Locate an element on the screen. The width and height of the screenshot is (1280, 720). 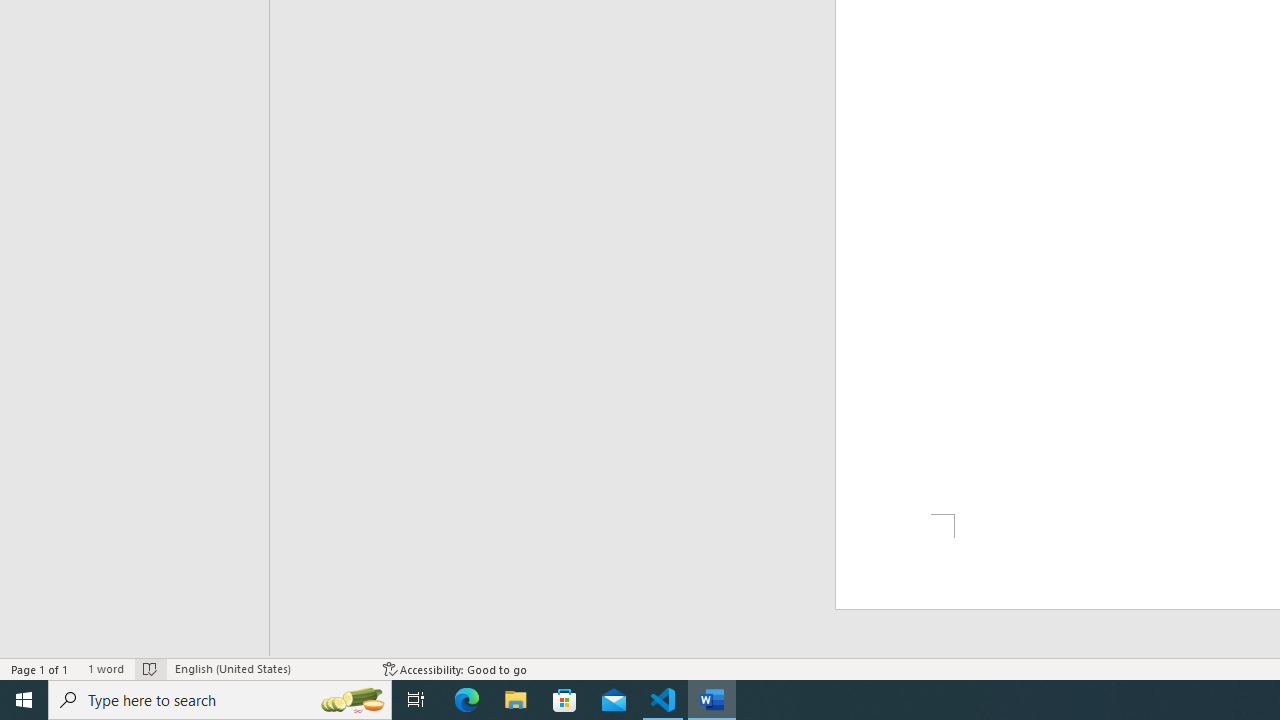
'Page Number Page 1 of 1' is located at coordinates (40, 669).